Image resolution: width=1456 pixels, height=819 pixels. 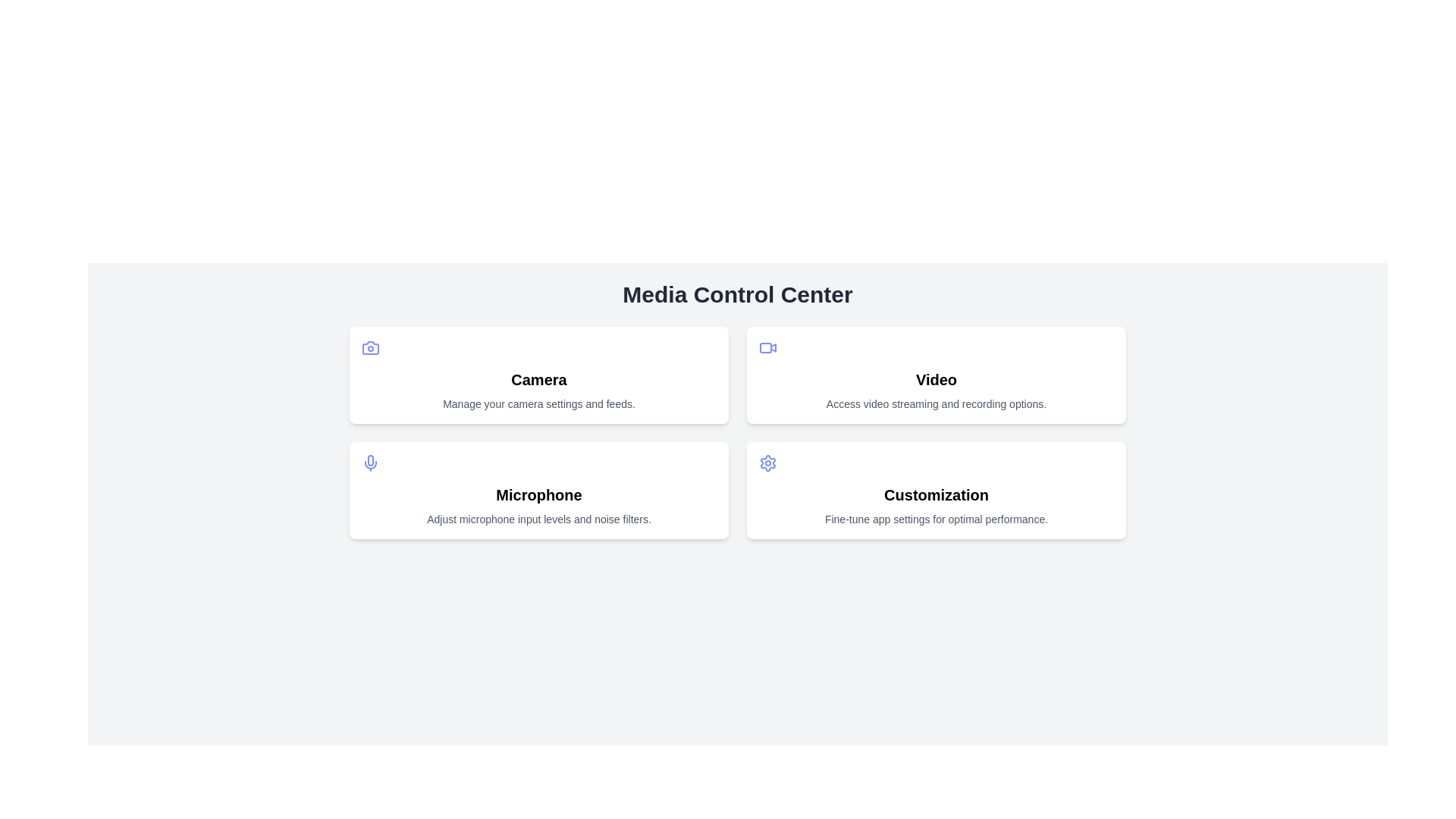 What do you see at coordinates (935, 494) in the screenshot?
I see `text element displaying the heading or title labeled 'Customization', which is prominently positioned at the center of the fourth card in a 2x2 grid beneath the 'Media Control Center' heading` at bounding box center [935, 494].